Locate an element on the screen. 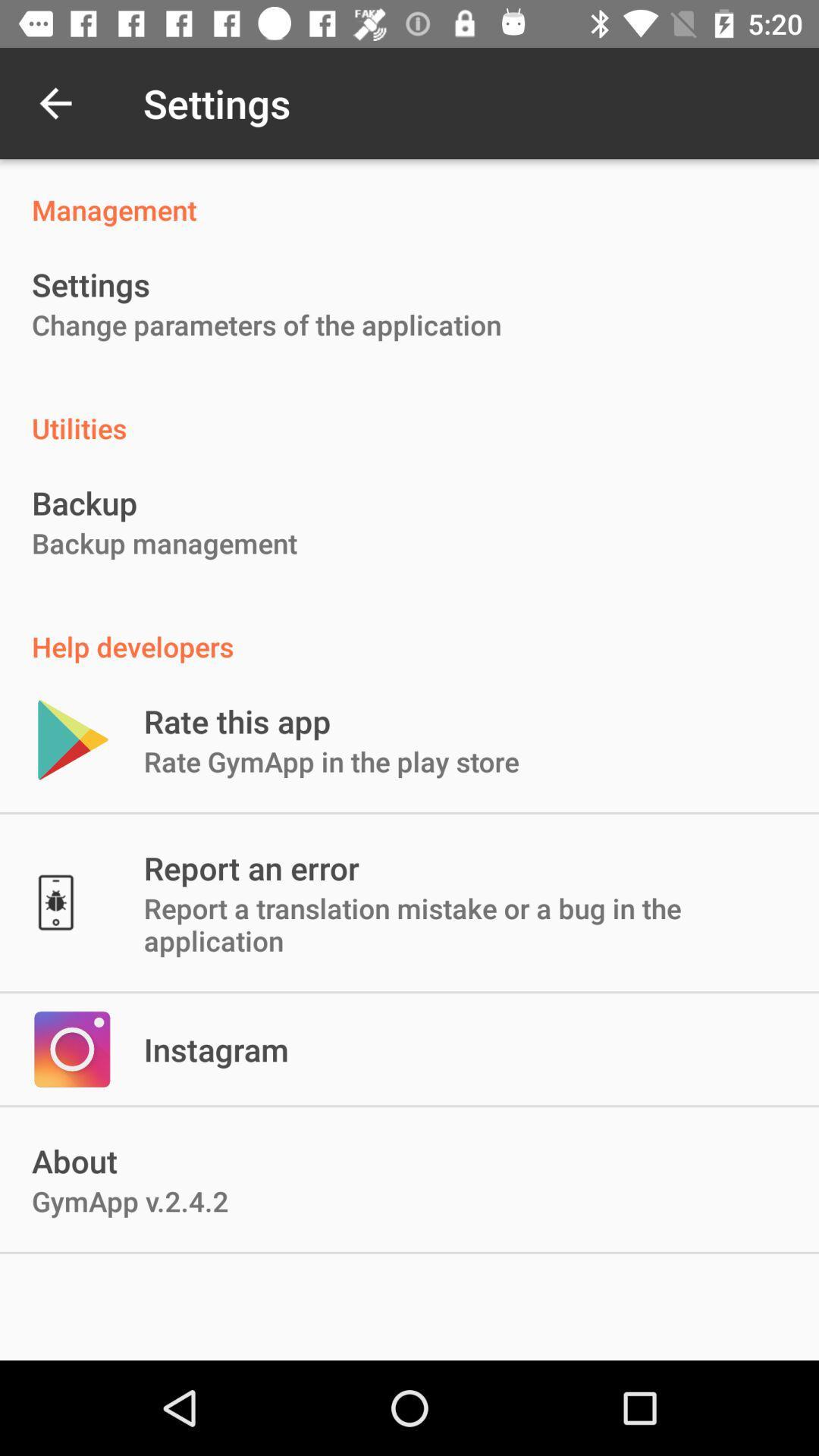 Image resolution: width=819 pixels, height=1456 pixels. the item below settings icon is located at coordinates (265, 324).